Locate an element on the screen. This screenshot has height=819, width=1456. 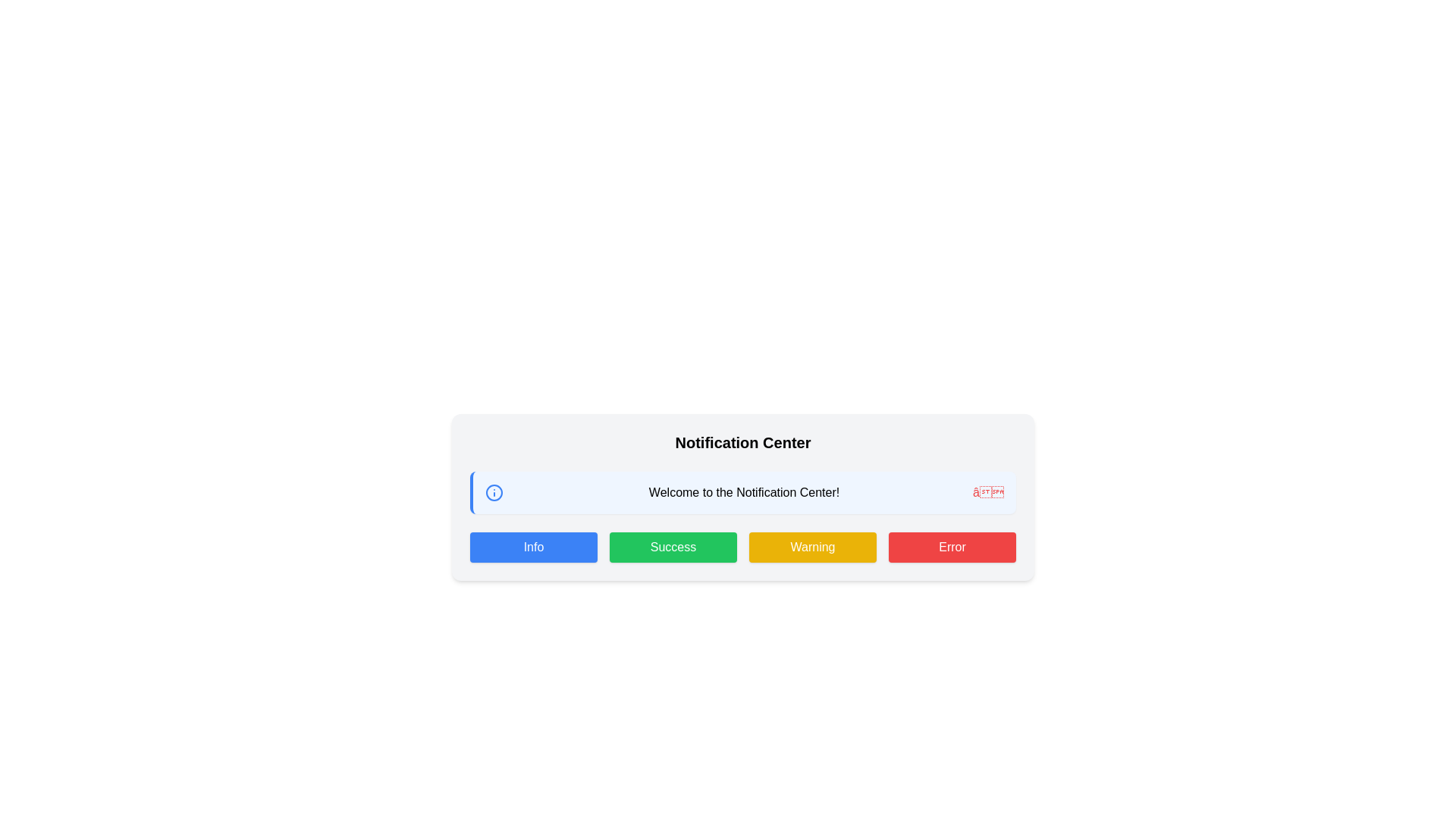
the SVG graphical element that serves as an information or attention point, located in the top-left corner of the light blue section inside the 'Notification Center' card is located at coordinates (494, 493).